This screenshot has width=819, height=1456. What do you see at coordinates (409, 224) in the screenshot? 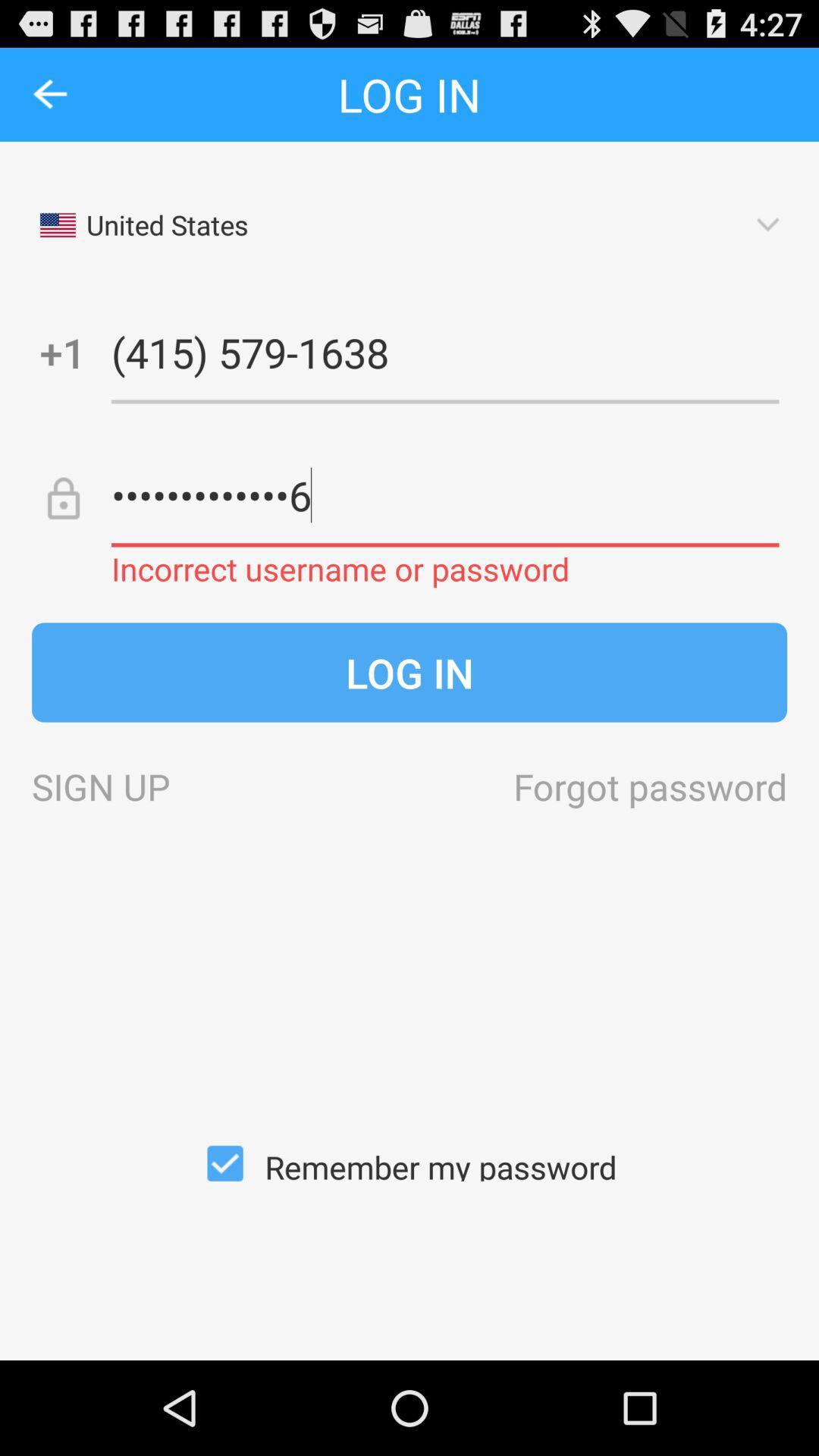
I see `the first drop down of the page` at bounding box center [409, 224].